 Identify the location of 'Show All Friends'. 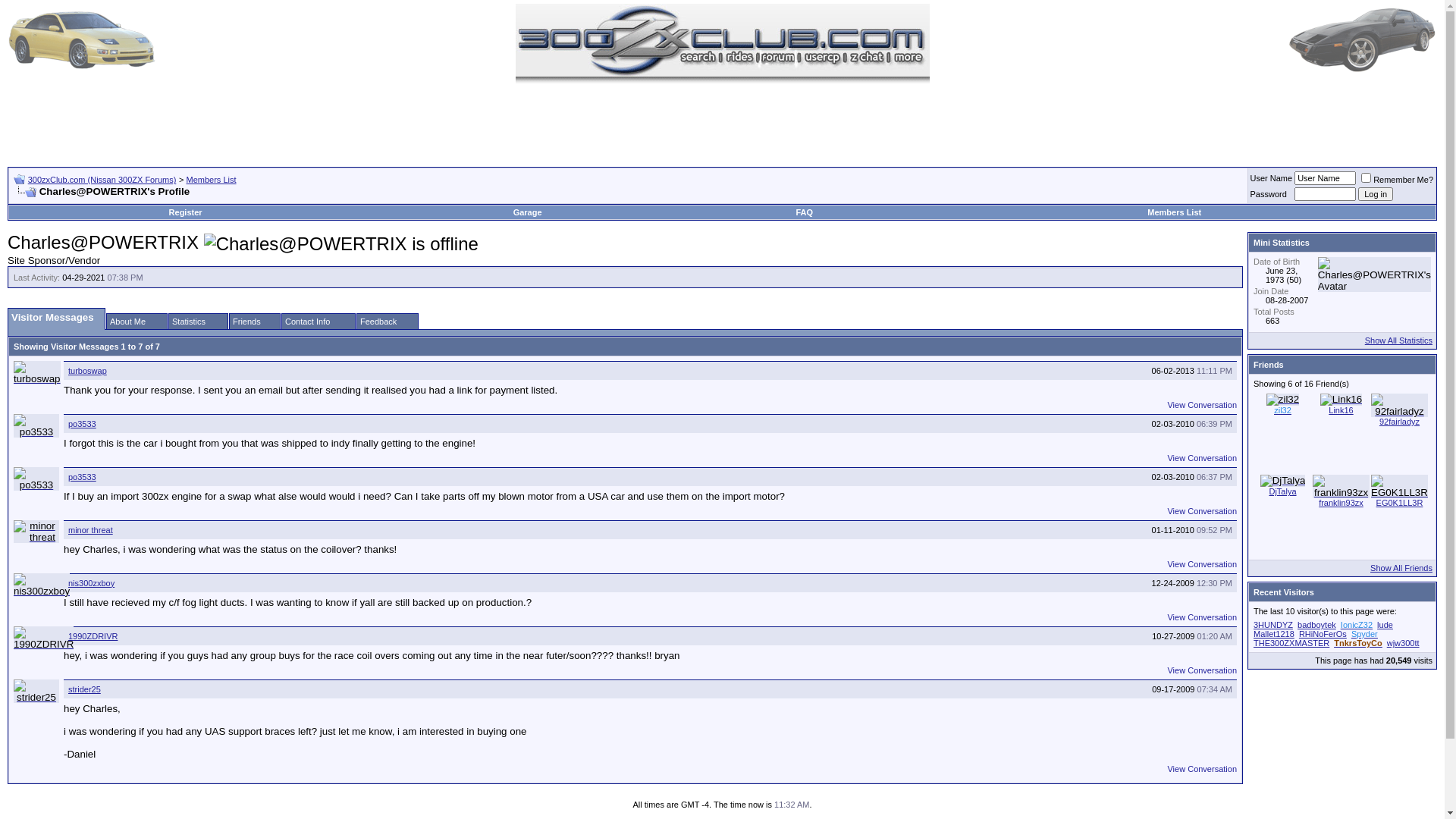
(1401, 567).